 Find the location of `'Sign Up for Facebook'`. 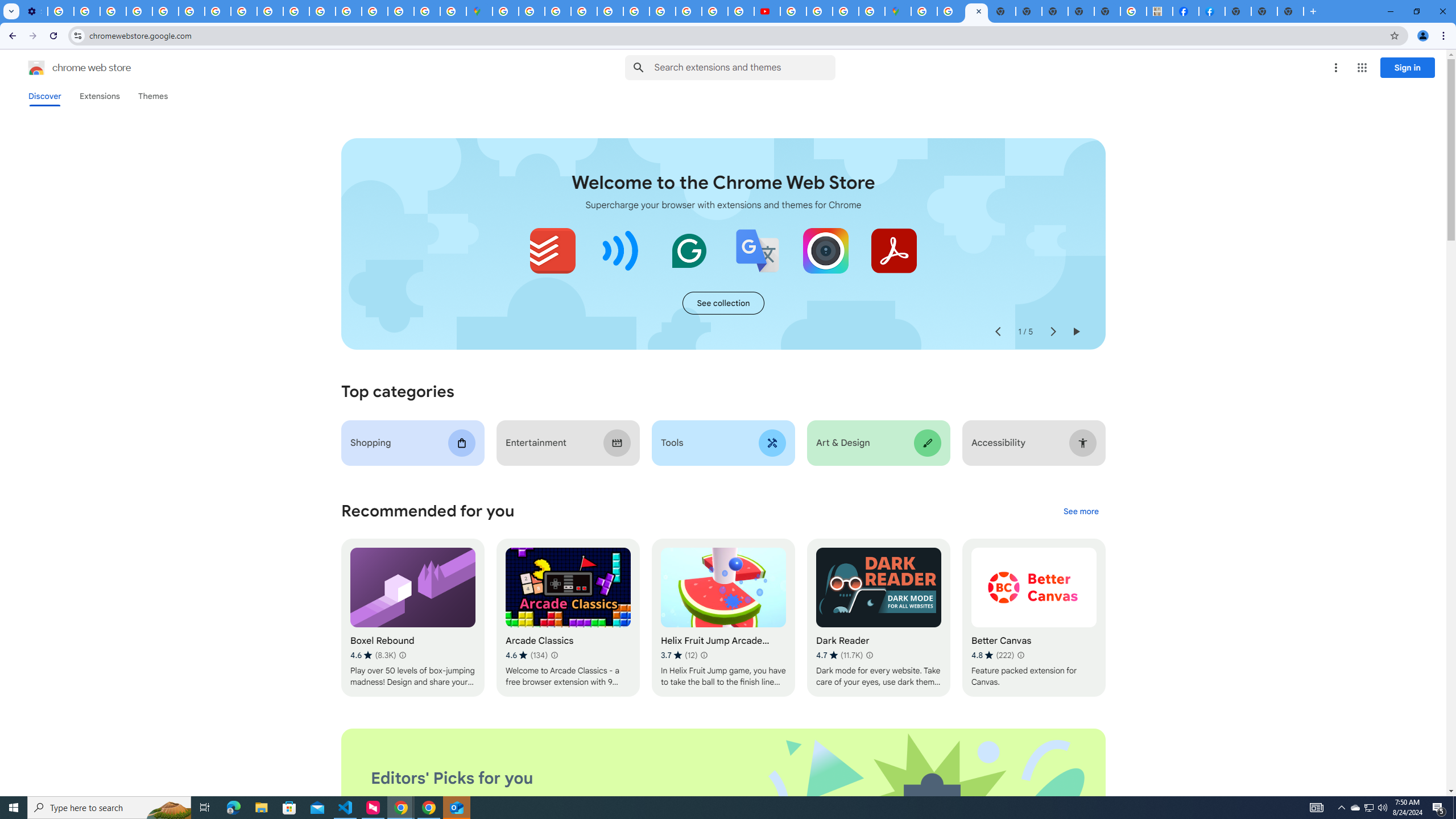

'Sign Up for Facebook' is located at coordinates (1212, 11).